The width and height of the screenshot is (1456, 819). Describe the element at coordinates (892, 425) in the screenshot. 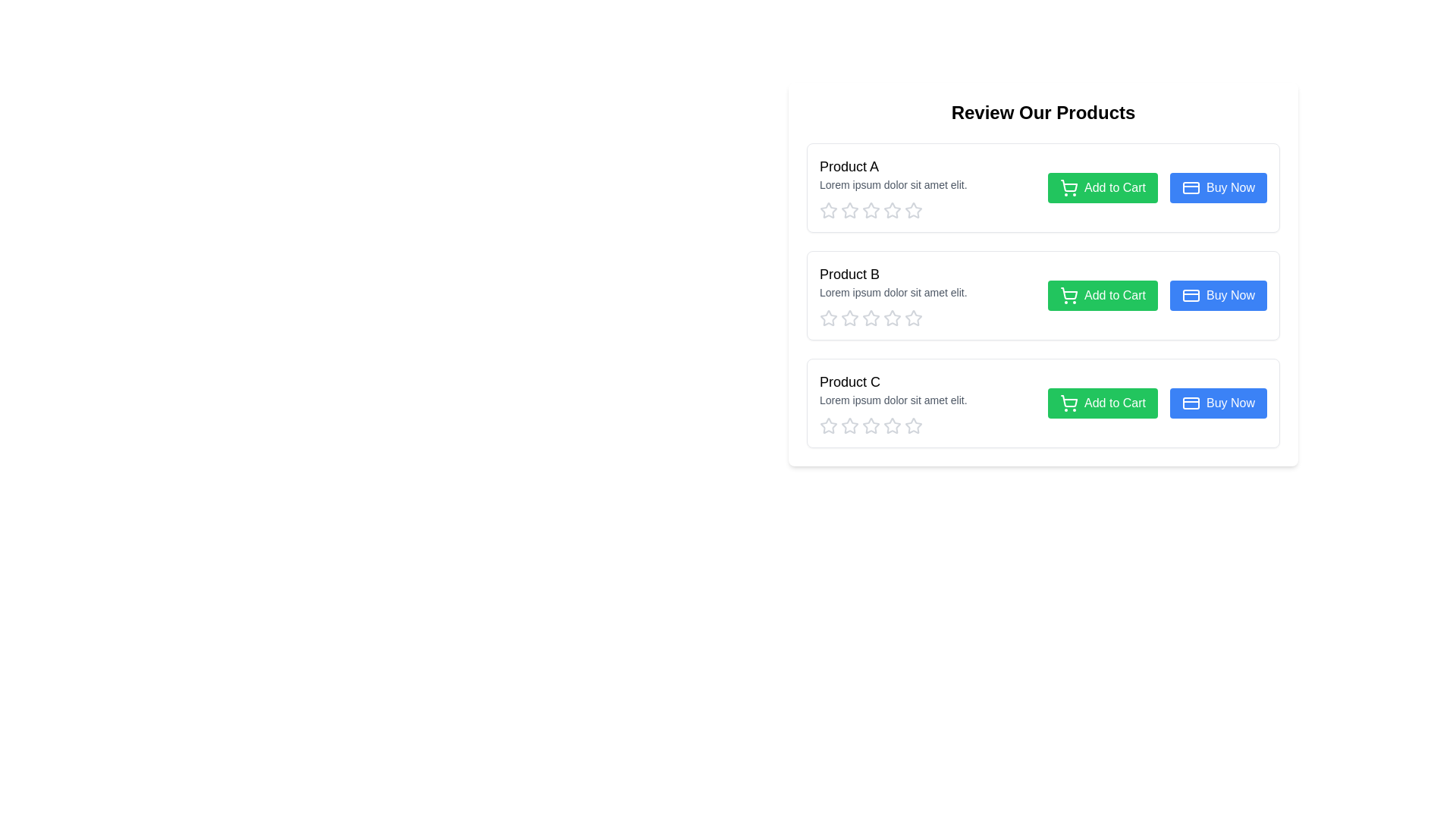

I see `the third hollow star icon in the product rating system for 'Product C' to rate it` at that location.